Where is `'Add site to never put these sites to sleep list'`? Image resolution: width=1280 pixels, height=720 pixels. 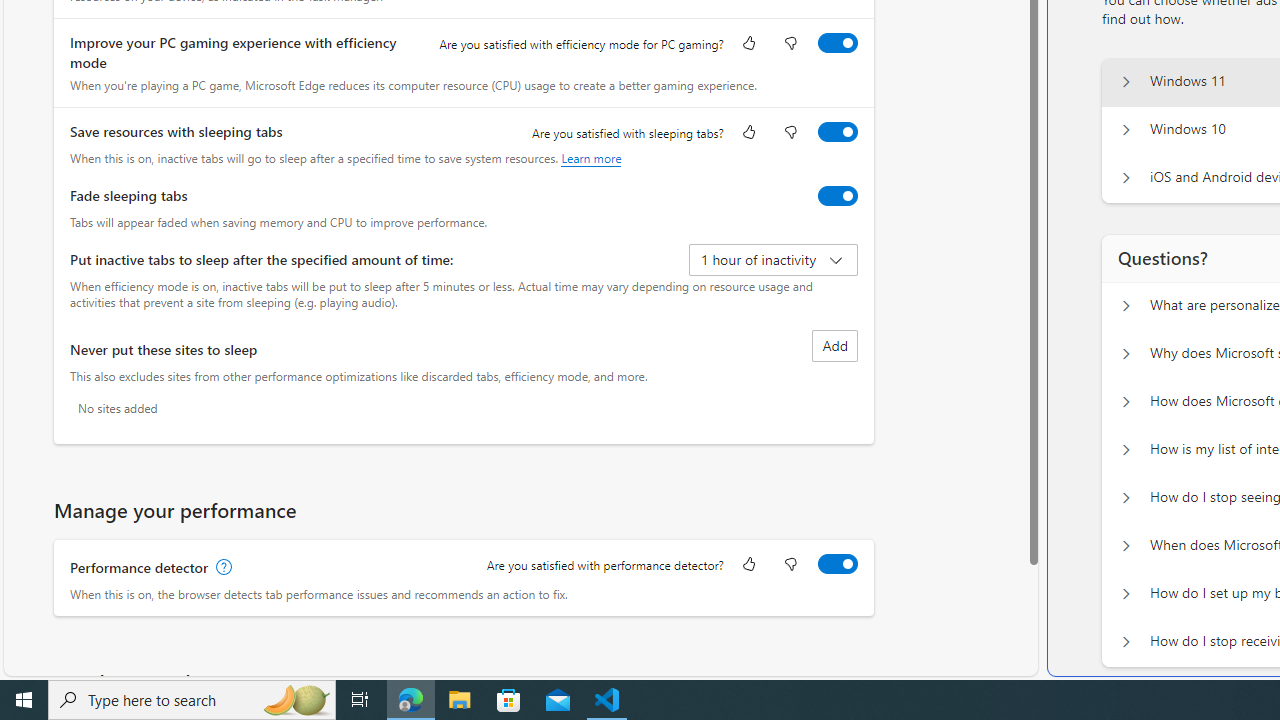 'Add site to never put these sites to sleep list' is located at coordinates (834, 344).